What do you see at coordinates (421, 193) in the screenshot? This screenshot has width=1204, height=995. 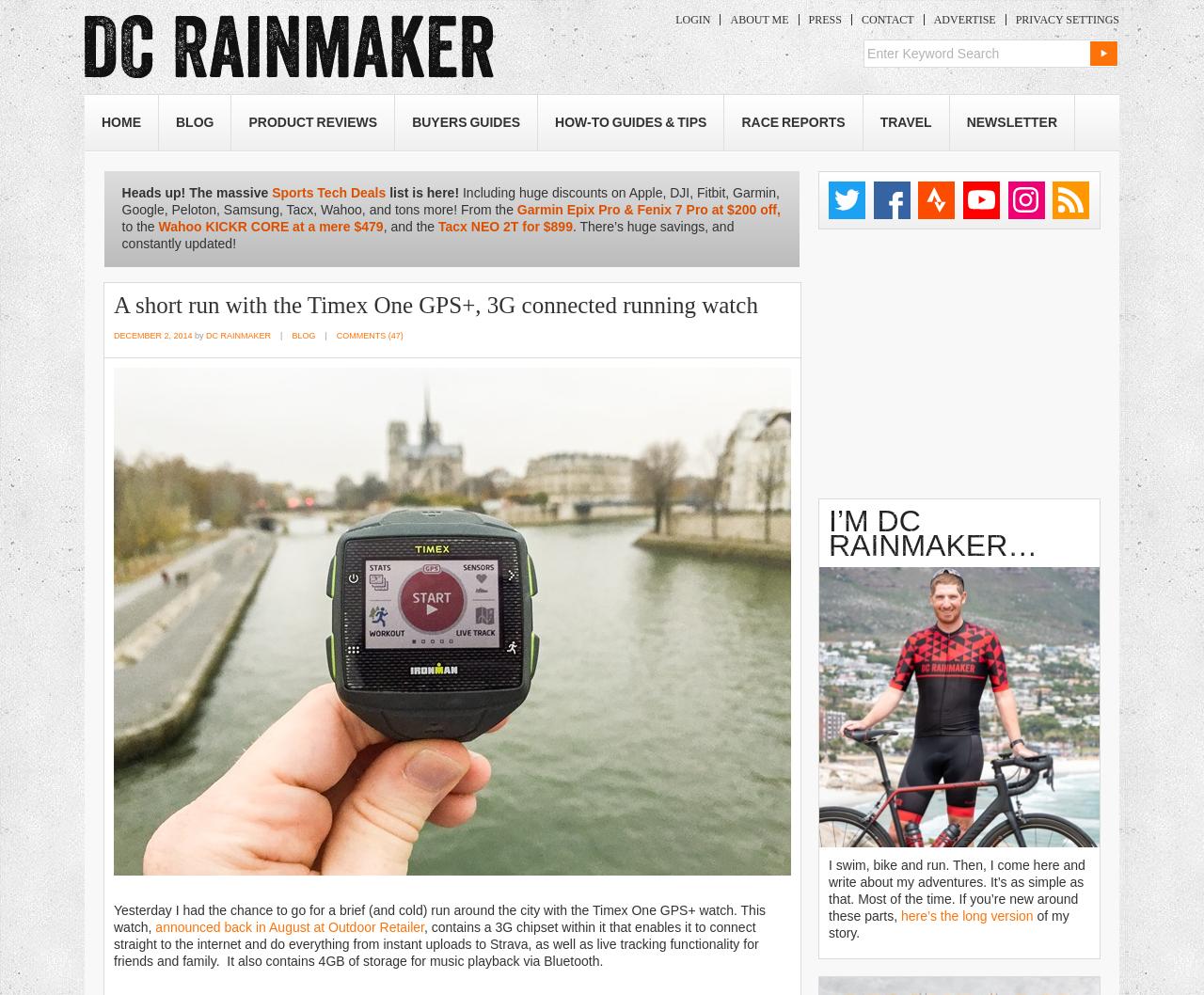 I see `'list is here!'` at bounding box center [421, 193].